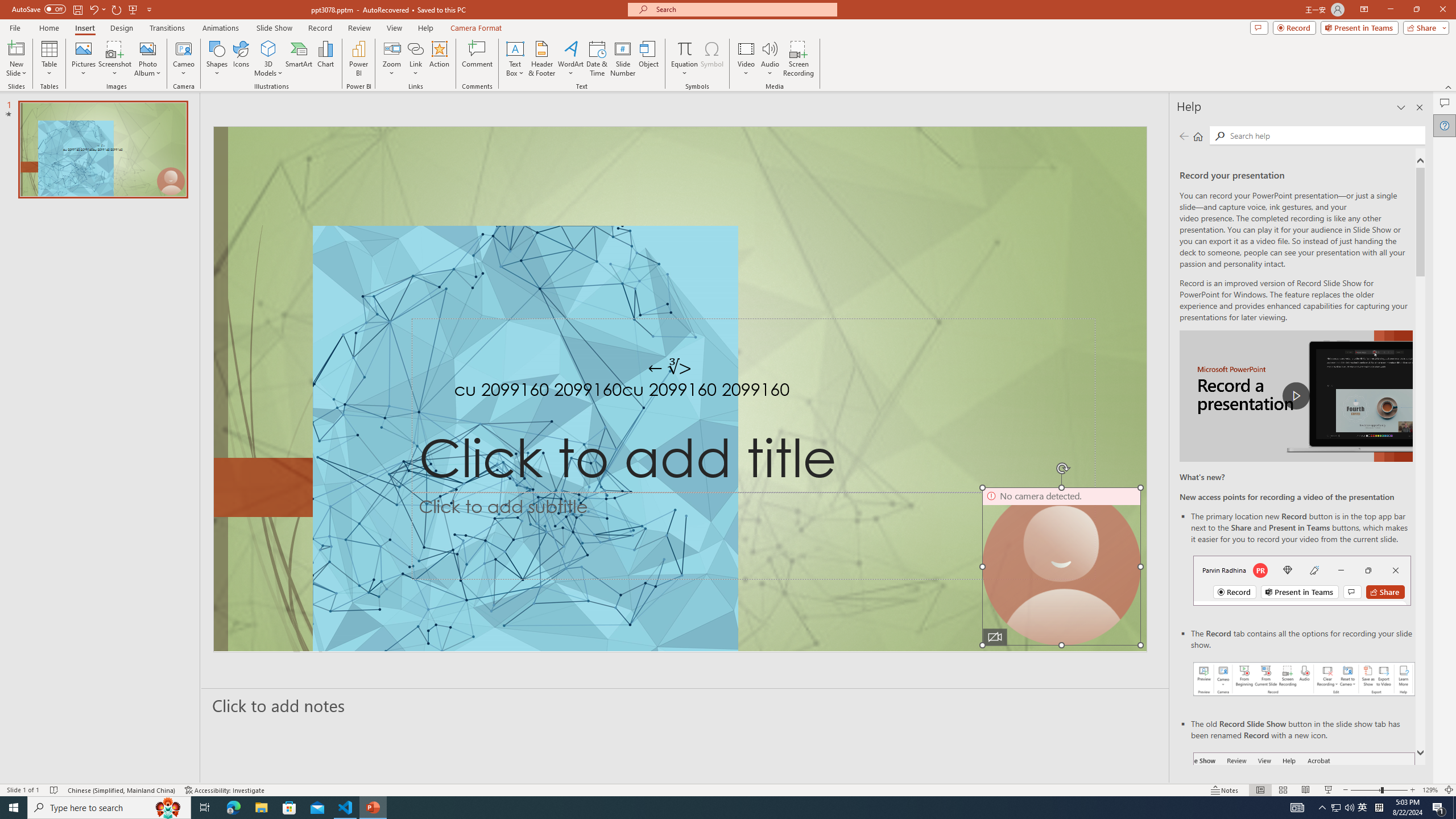  I want to click on 'Link', so click(415, 48).